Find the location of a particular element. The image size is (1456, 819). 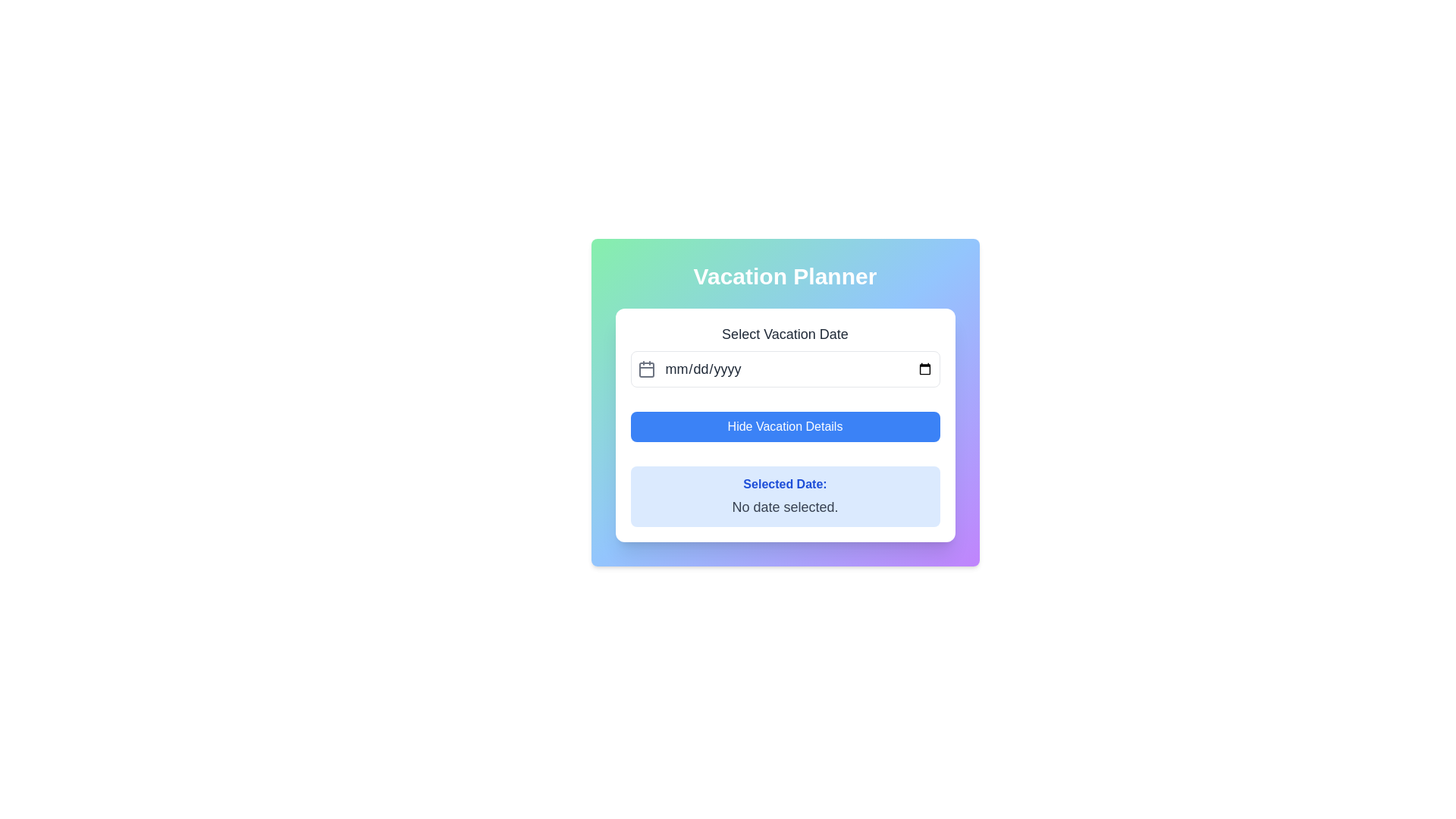

the static text element displaying 'No date selected.' with a gray font, located beneath the 'Selected Date:' label is located at coordinates (785, 507).